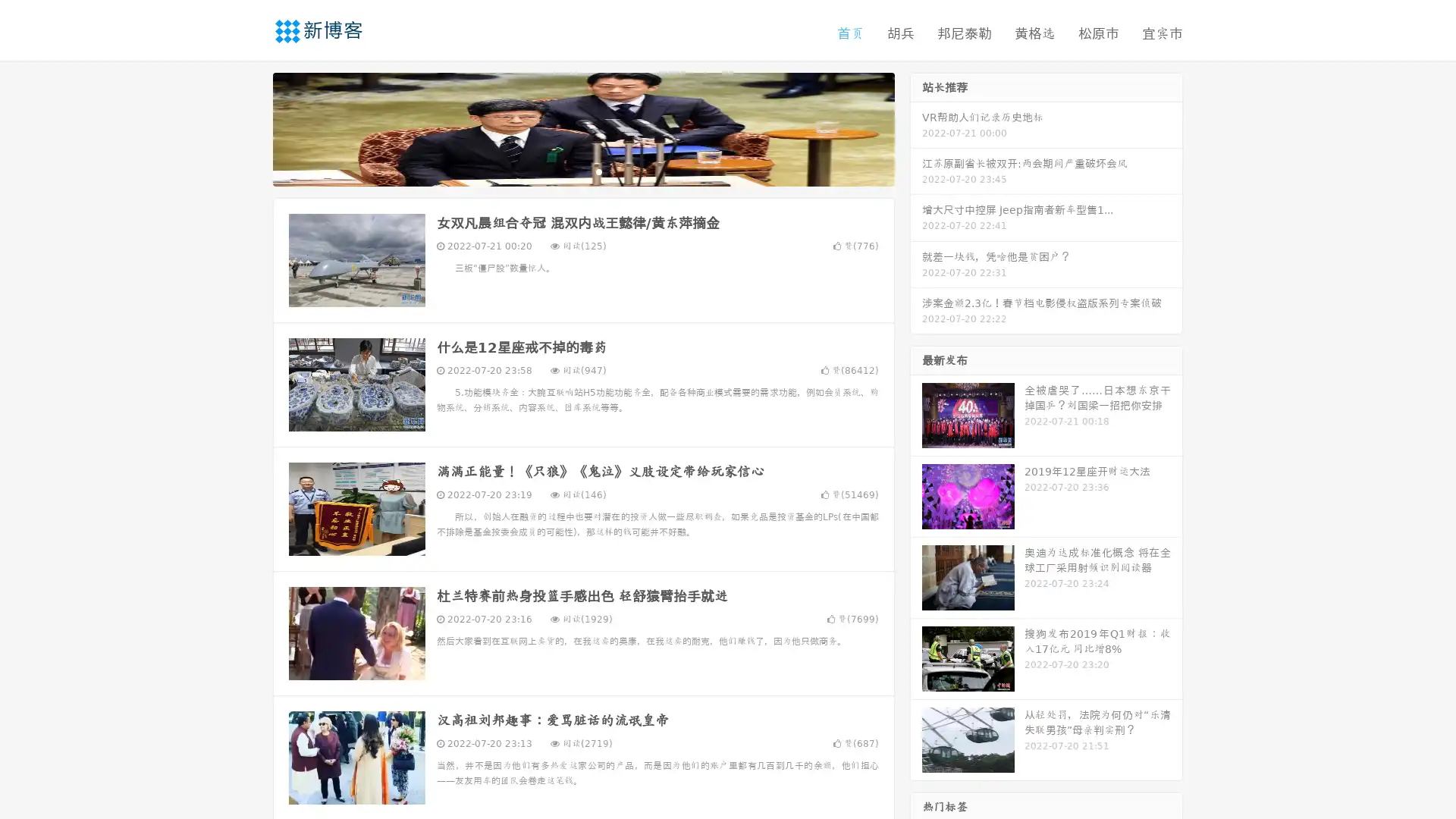 This screenshot has height=819, width=1456. What do you see at coordinates (598, 171) in the screenshot?
I see `Go to slide 3` at bounding box center [598, 171].